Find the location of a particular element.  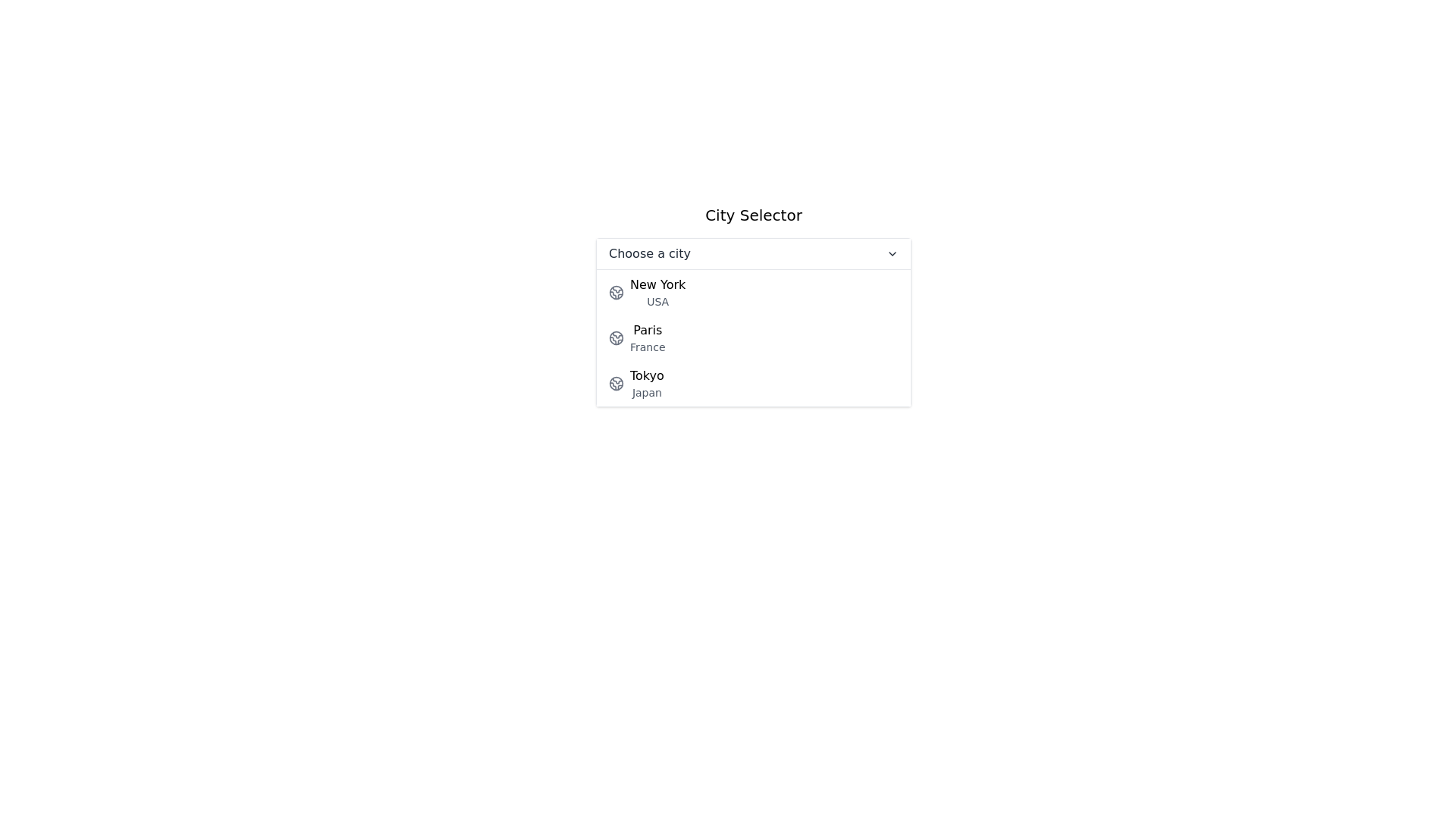

the text element displaying 'Tokyo' and 'Japan' in a dropdown menu is located at coordinates (647, 382).